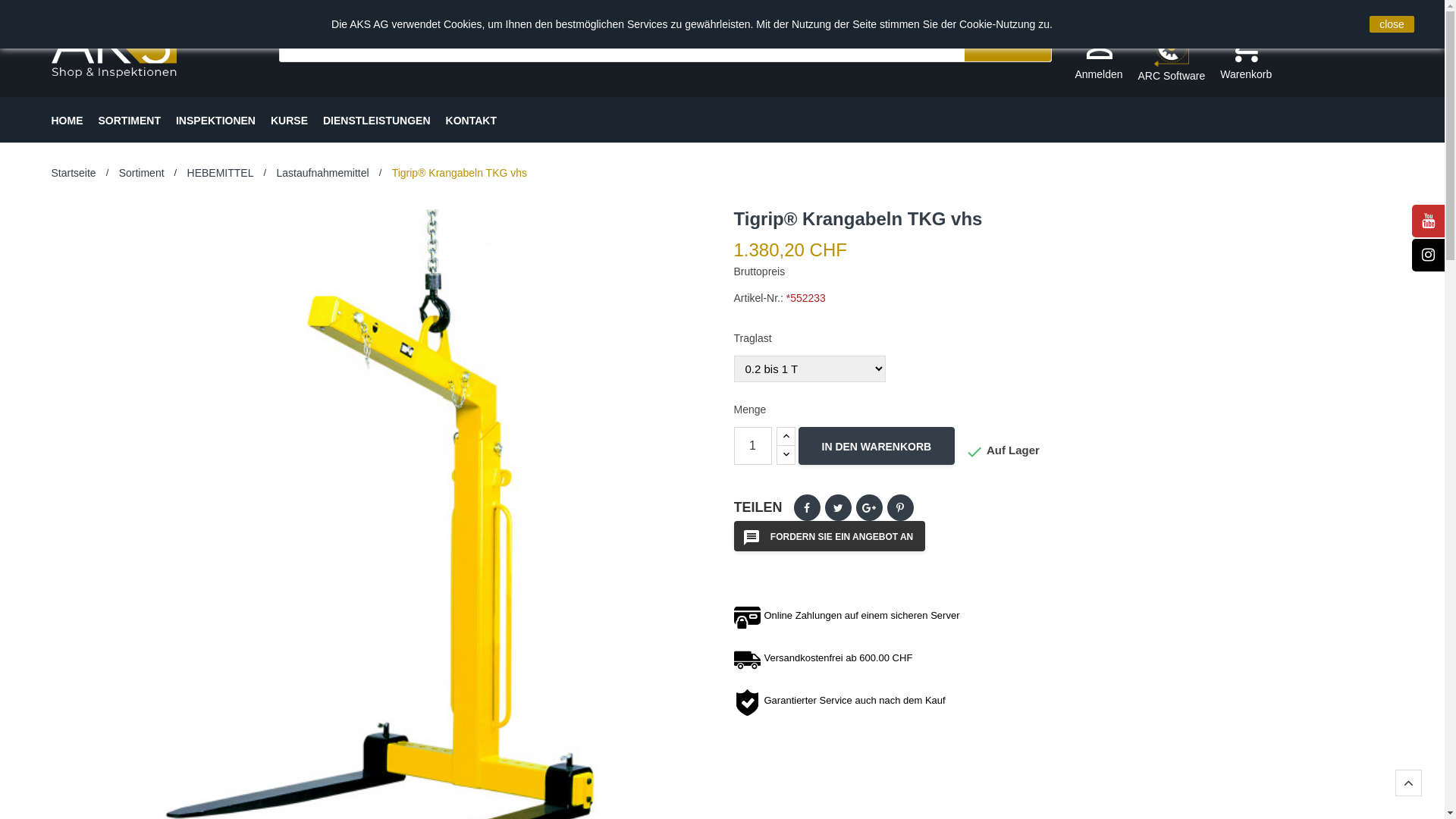 The width and height of the screenshot is (1456, 819). What do you see at coordinates (1427, 221) in the screenshot?
I see `'YouTube'` at bounding box center [1427, 221].